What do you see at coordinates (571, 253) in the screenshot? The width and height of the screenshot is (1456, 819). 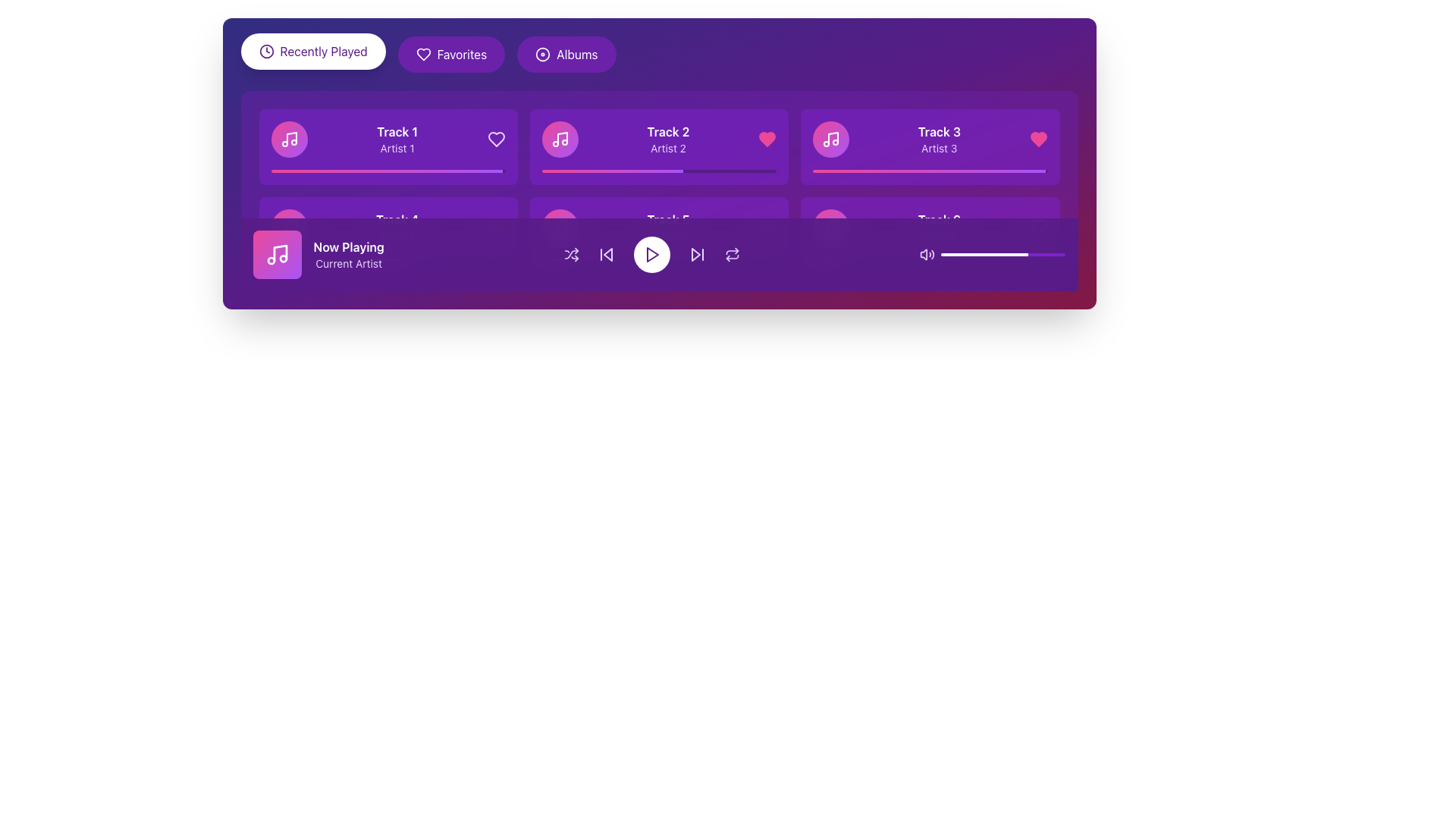 I see `the shuffle button, which is the first icon in the sequence of playback control buttons located to the left of the play button, to change its color` at bounding box center [571, 253].